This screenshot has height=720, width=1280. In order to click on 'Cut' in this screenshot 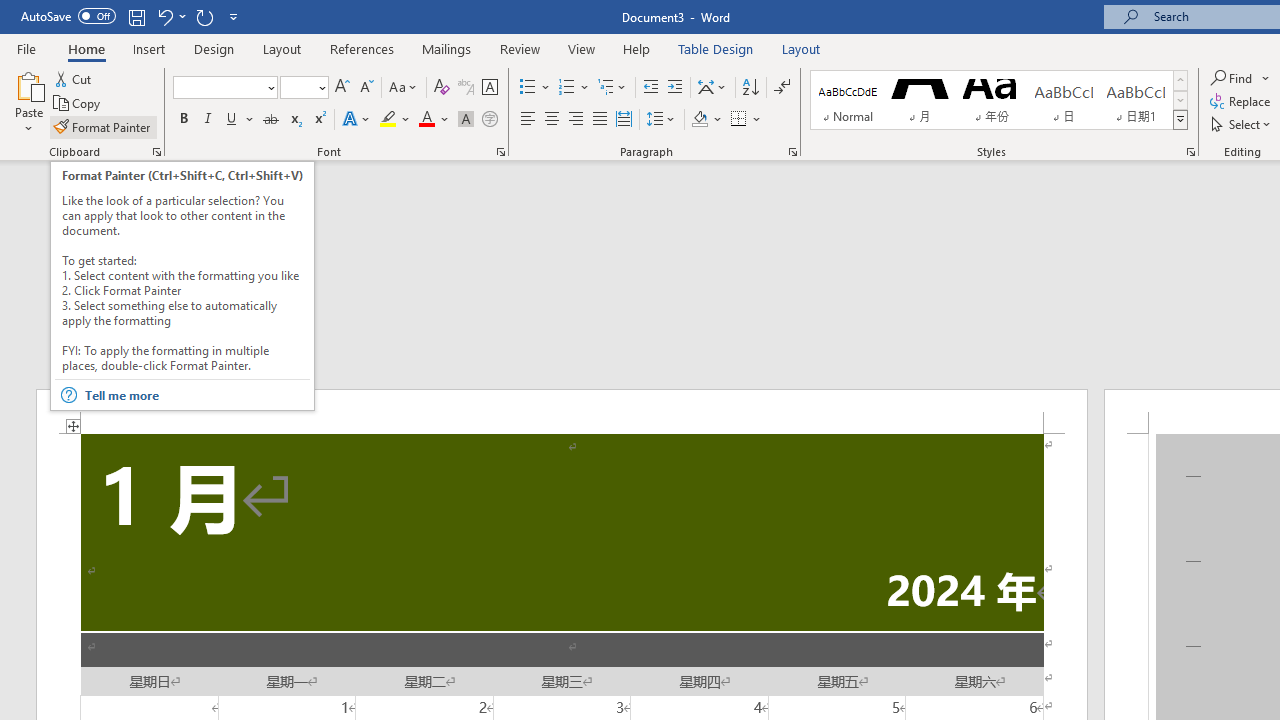, I will do `click(74, 78)`.